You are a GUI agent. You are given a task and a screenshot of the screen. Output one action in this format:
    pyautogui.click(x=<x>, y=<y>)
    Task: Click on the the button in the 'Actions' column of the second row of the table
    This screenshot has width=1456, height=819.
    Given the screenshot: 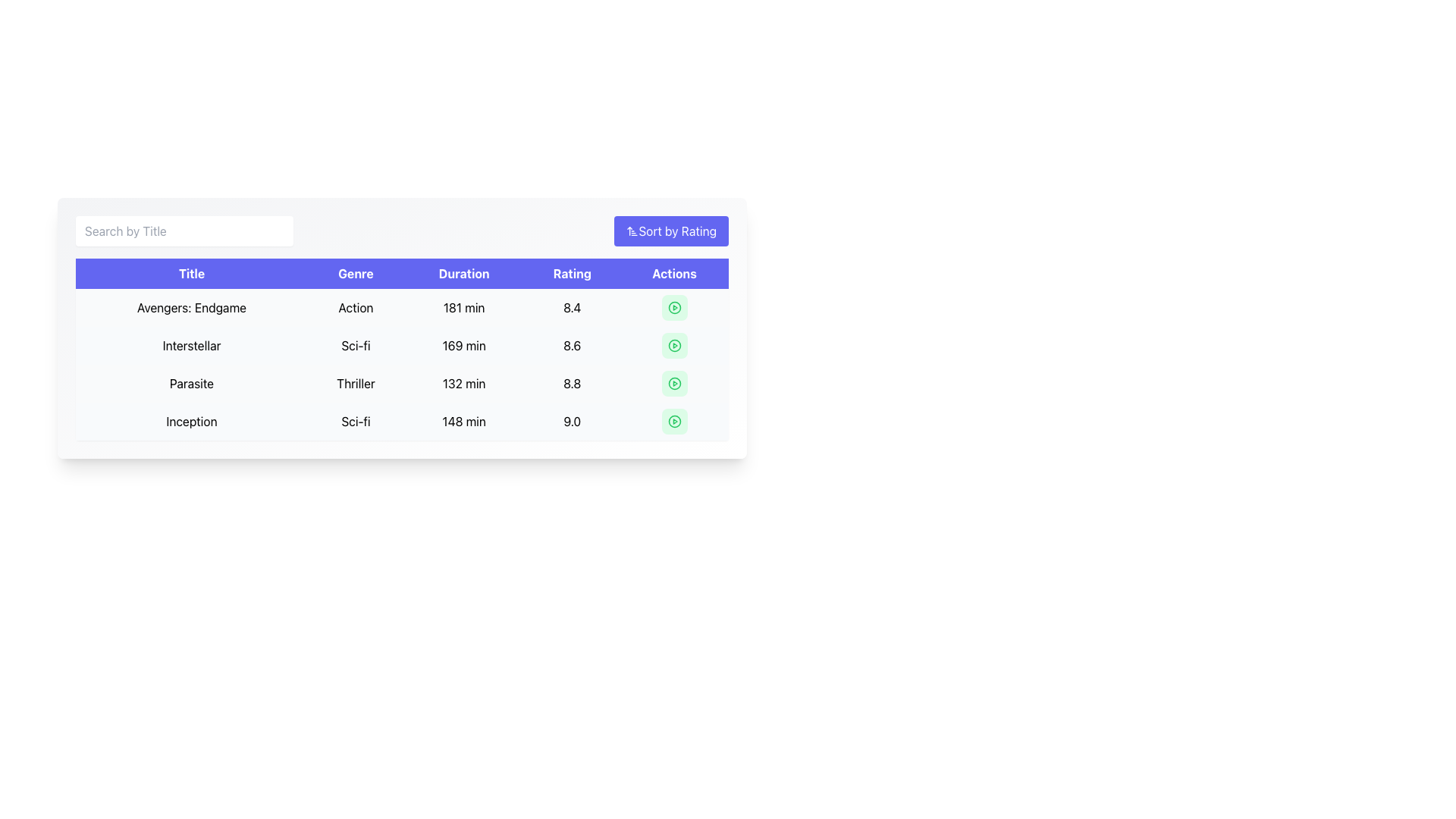 What is the action you would take?
    pyautogui.click(x=673, y=345)
    